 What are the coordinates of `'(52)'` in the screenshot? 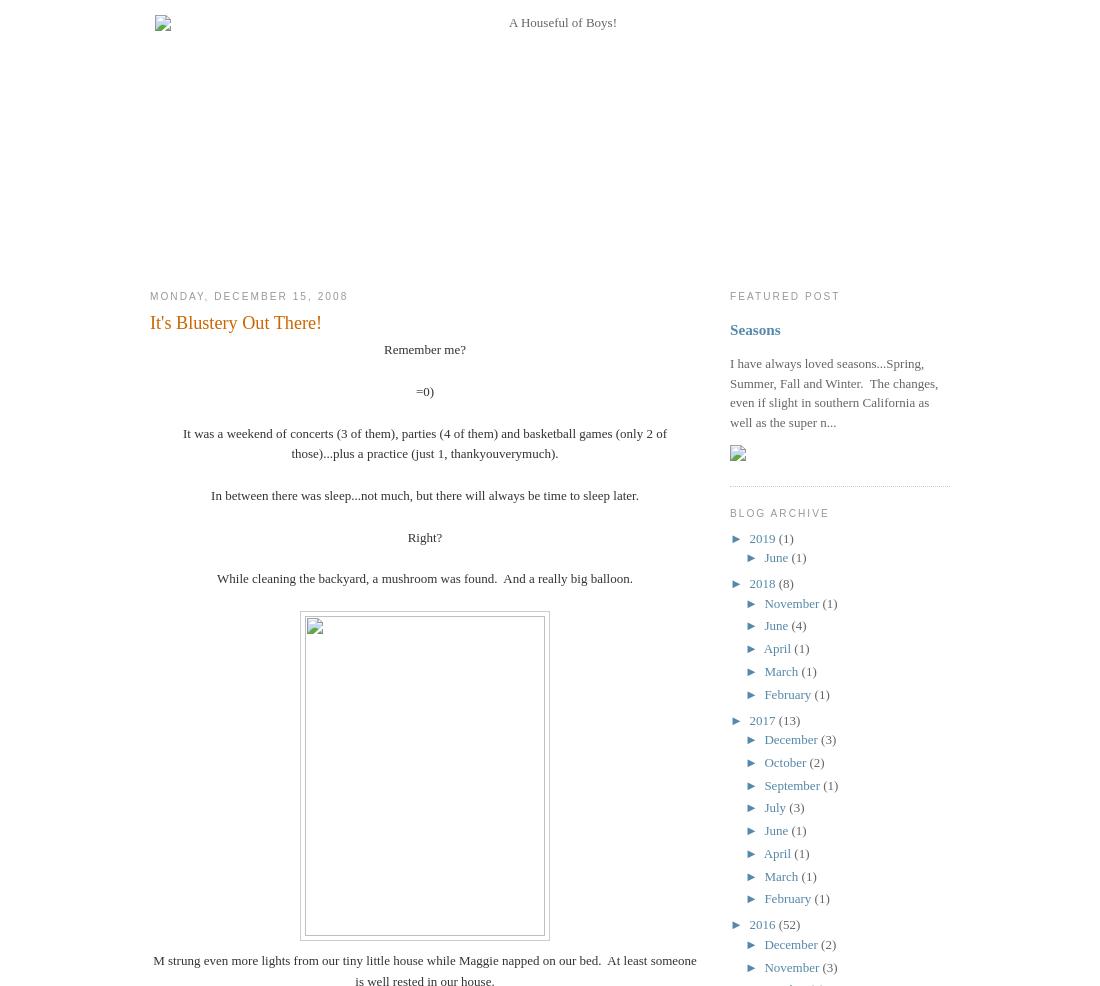 It's located at (789, 924).